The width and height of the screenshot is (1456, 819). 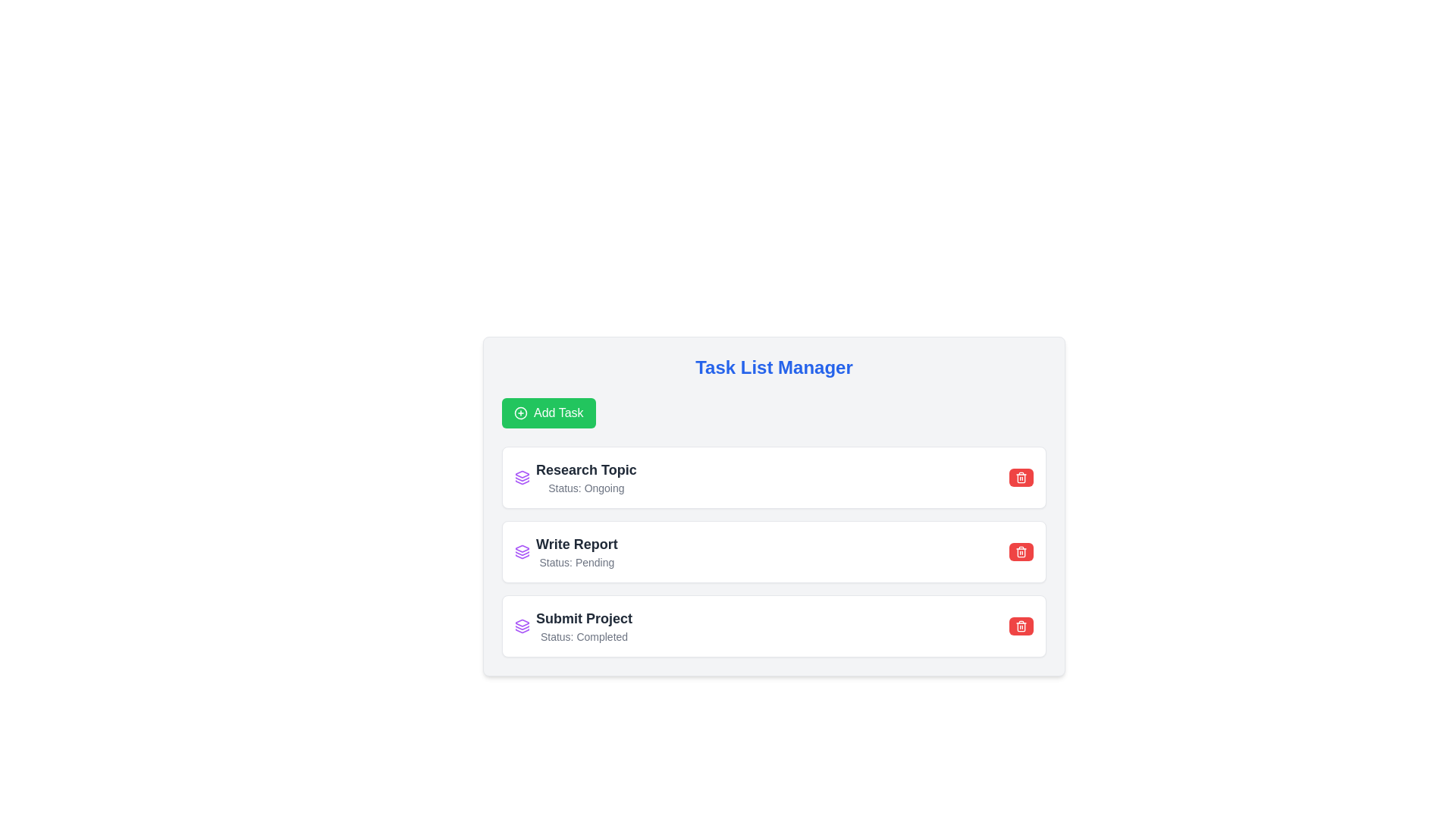 What do you see at coordinates (522, 479) in the screenshot?
I see `the middle layer of the SVG graphic representing the 'layers' icon next to the 'Write Report' task item` at bounding box center [522, 479].